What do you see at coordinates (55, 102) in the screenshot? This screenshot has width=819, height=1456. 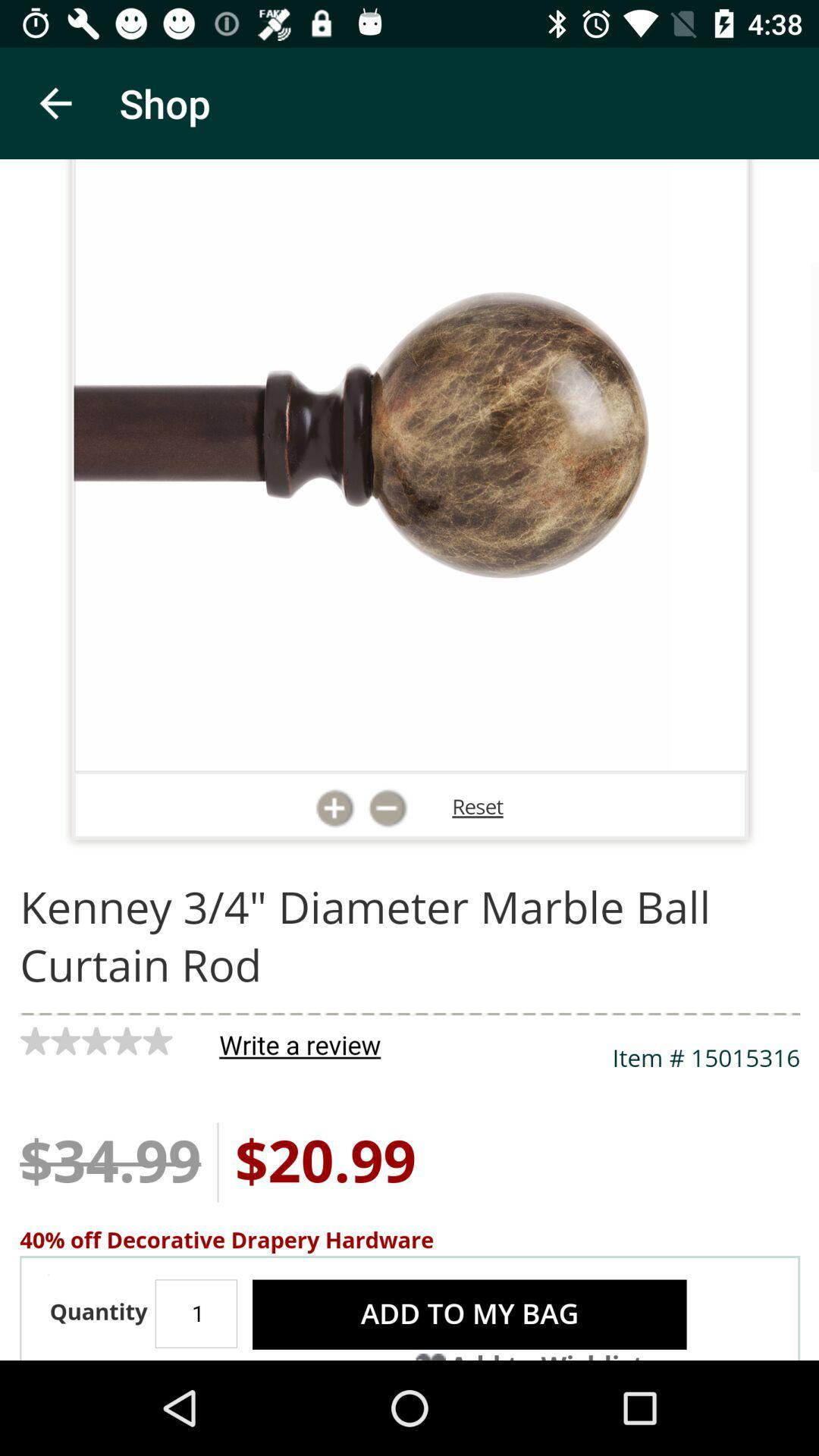 I see `go back` at bounding box center [55, 102].